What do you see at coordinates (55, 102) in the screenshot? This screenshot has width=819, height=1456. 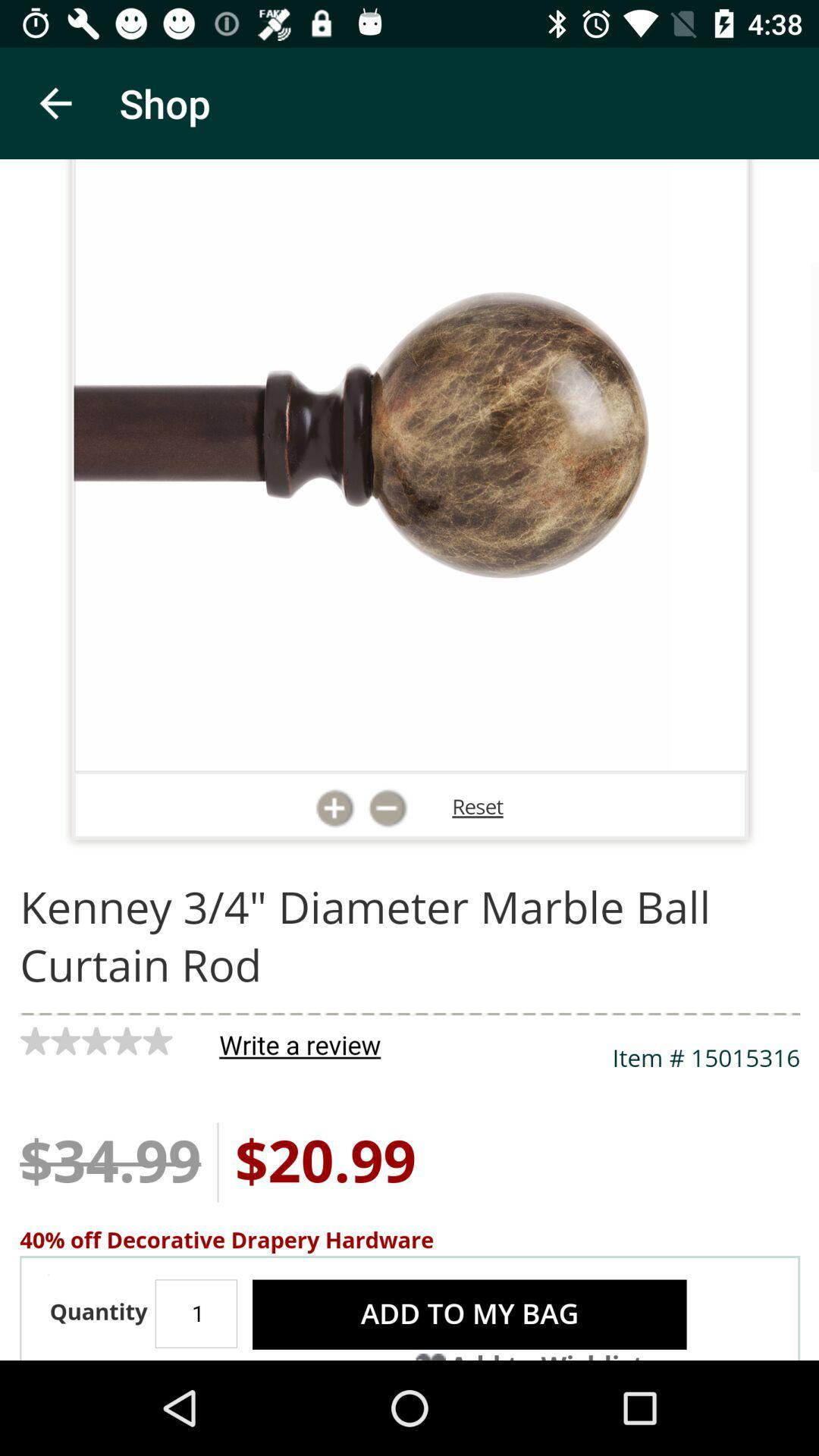 I see `go back` at bounding box center [55, 102].